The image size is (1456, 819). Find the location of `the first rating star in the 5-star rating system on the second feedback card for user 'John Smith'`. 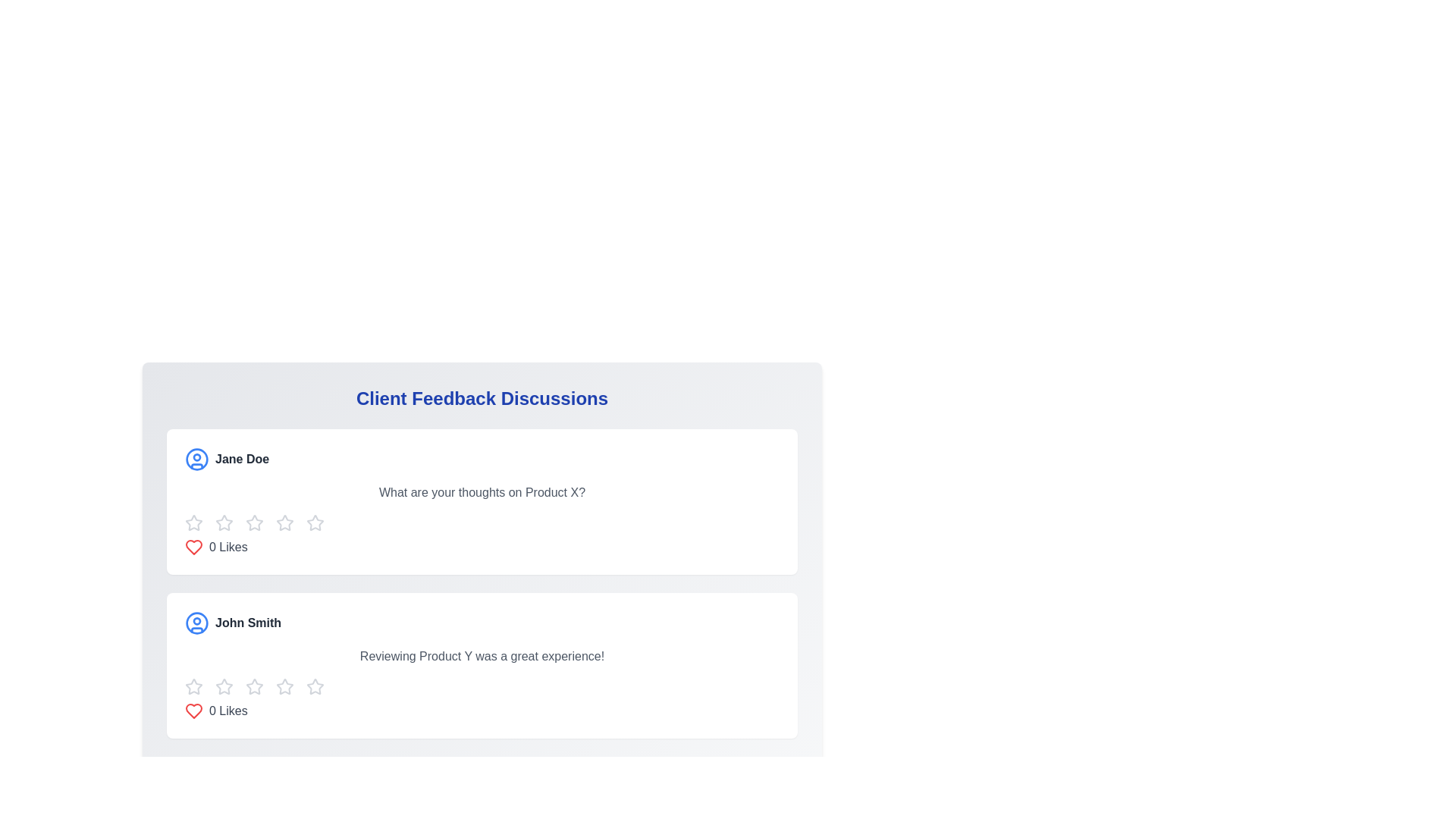

the first rating star in the 5-star rating system on the second feedback card for user 'John Smith' is located at coordinates (193, 686).